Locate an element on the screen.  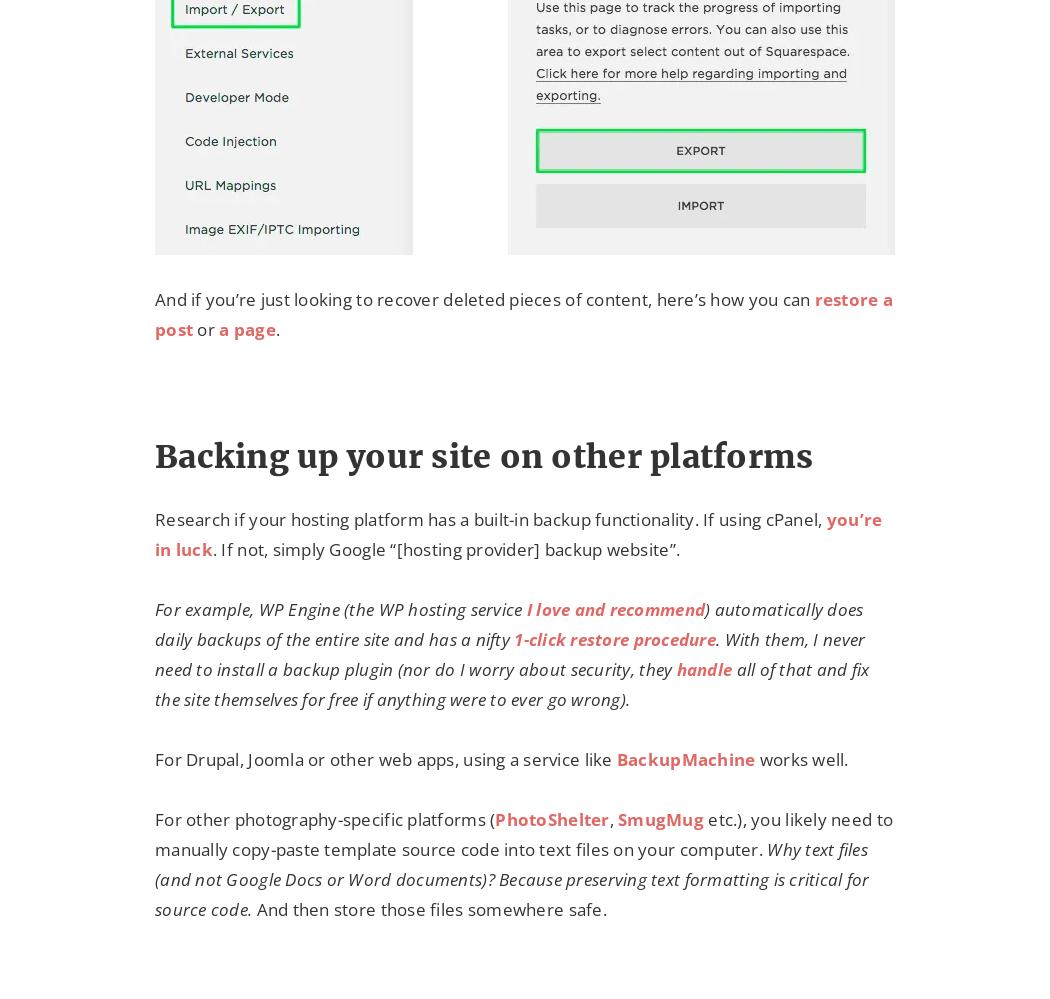
'PhotoShelter' is located at coordinates (551, 819).